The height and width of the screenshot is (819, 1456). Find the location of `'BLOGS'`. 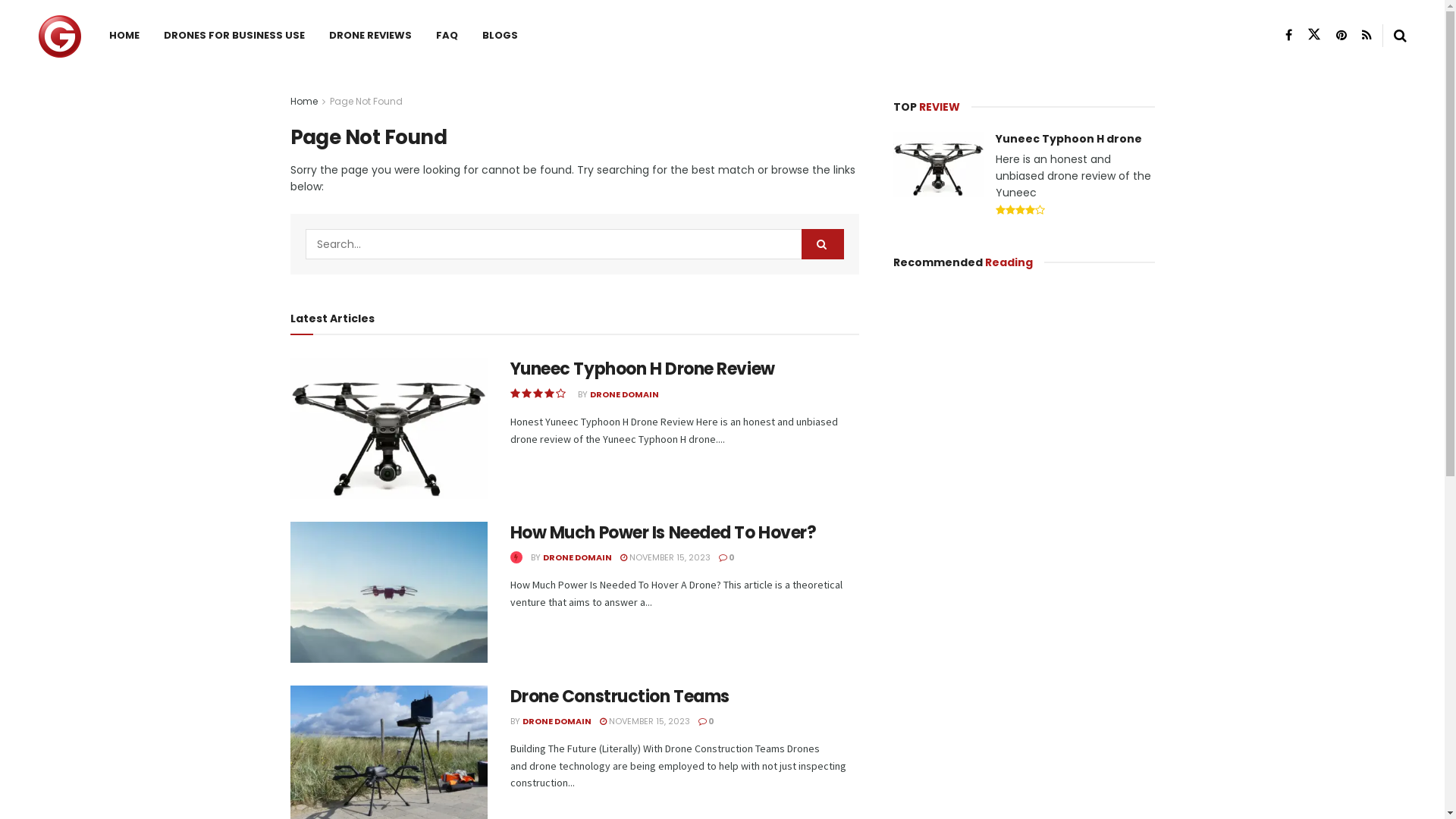

'BLOGS' is located at coordinates (500, 34).